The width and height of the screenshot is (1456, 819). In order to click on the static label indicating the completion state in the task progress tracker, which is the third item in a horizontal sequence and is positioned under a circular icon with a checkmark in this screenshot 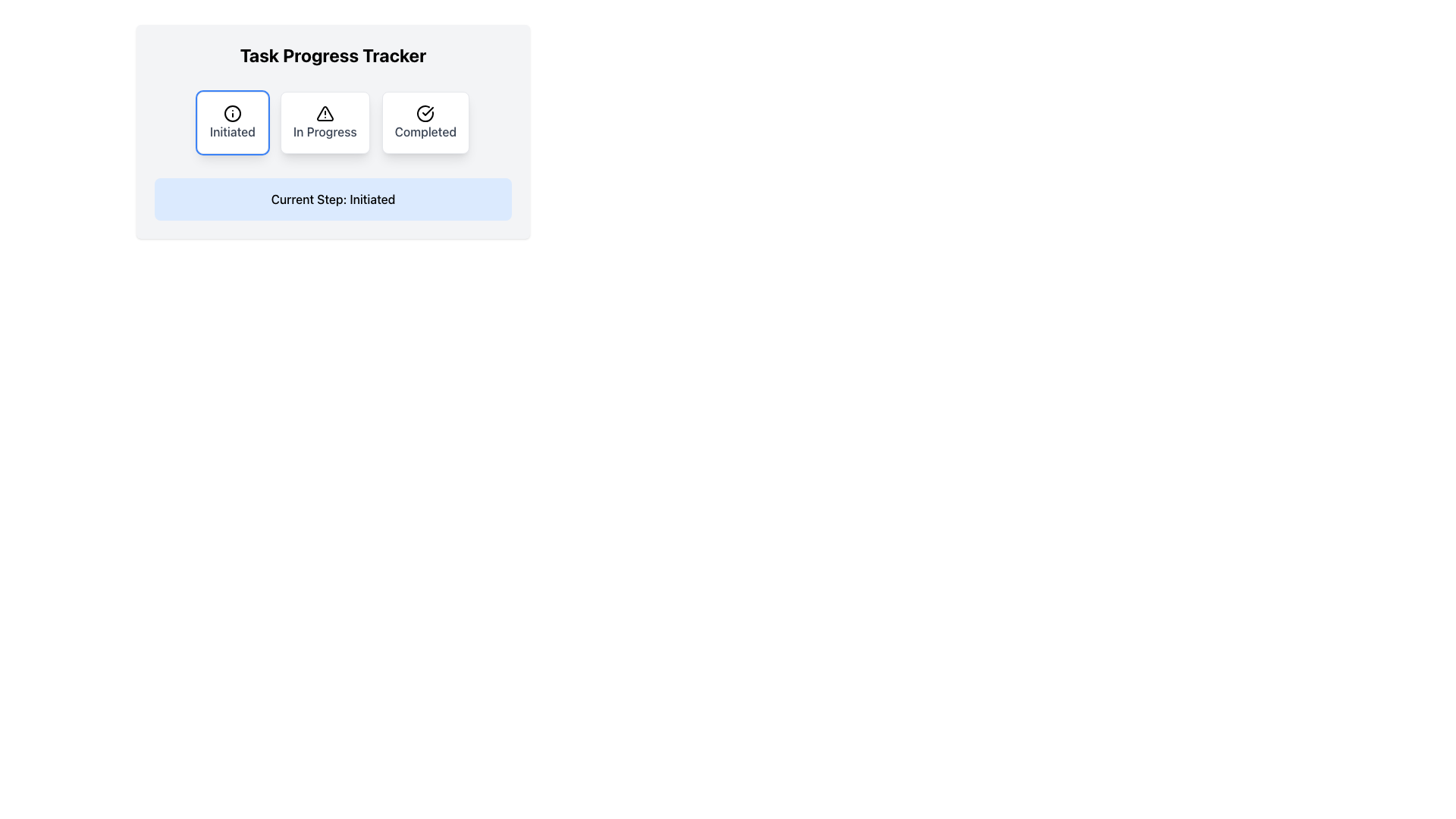, I will do `click(425, 130)`.